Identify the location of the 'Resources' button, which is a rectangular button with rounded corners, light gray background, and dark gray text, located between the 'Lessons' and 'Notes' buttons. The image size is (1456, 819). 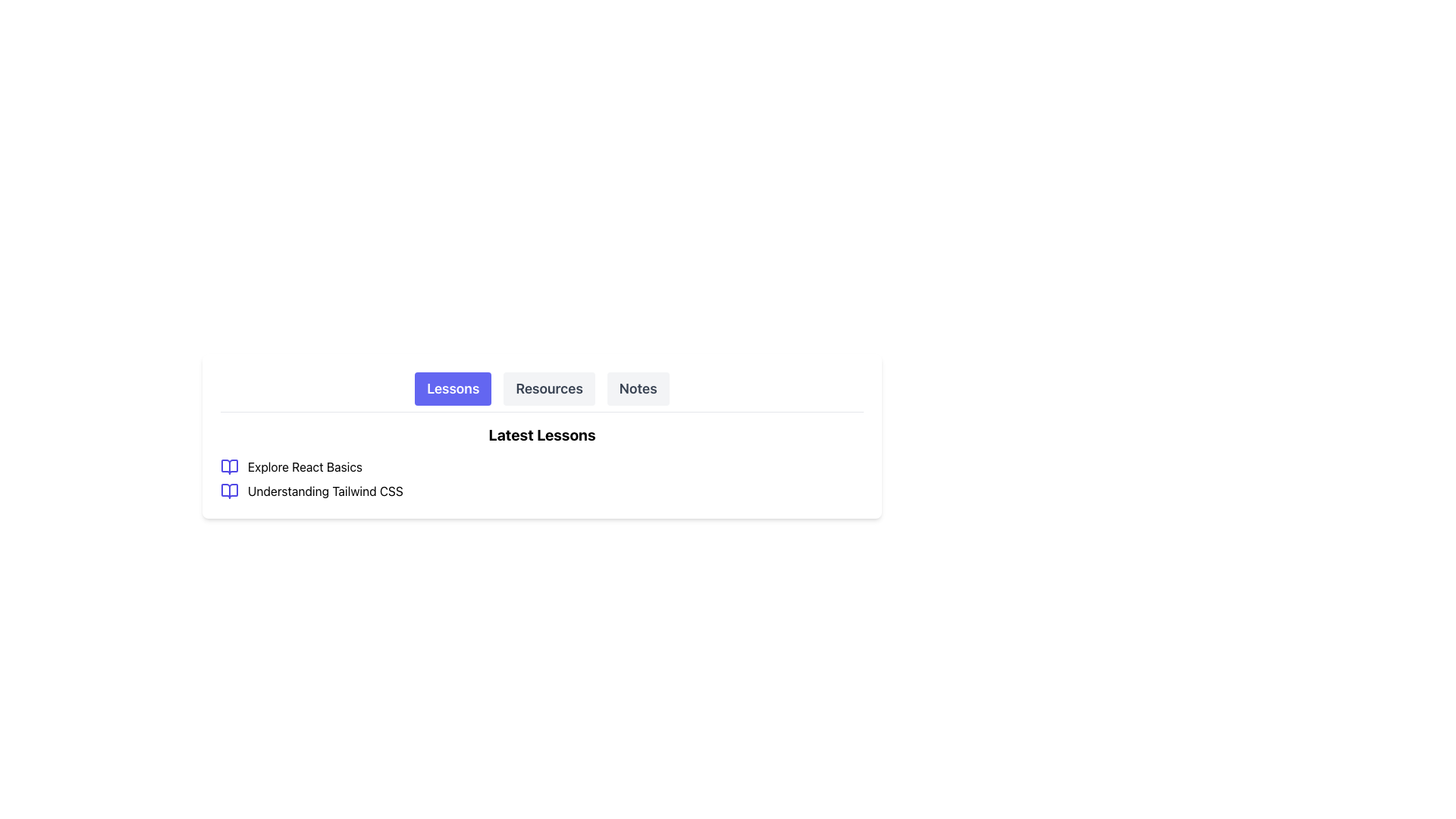
(548, 388).